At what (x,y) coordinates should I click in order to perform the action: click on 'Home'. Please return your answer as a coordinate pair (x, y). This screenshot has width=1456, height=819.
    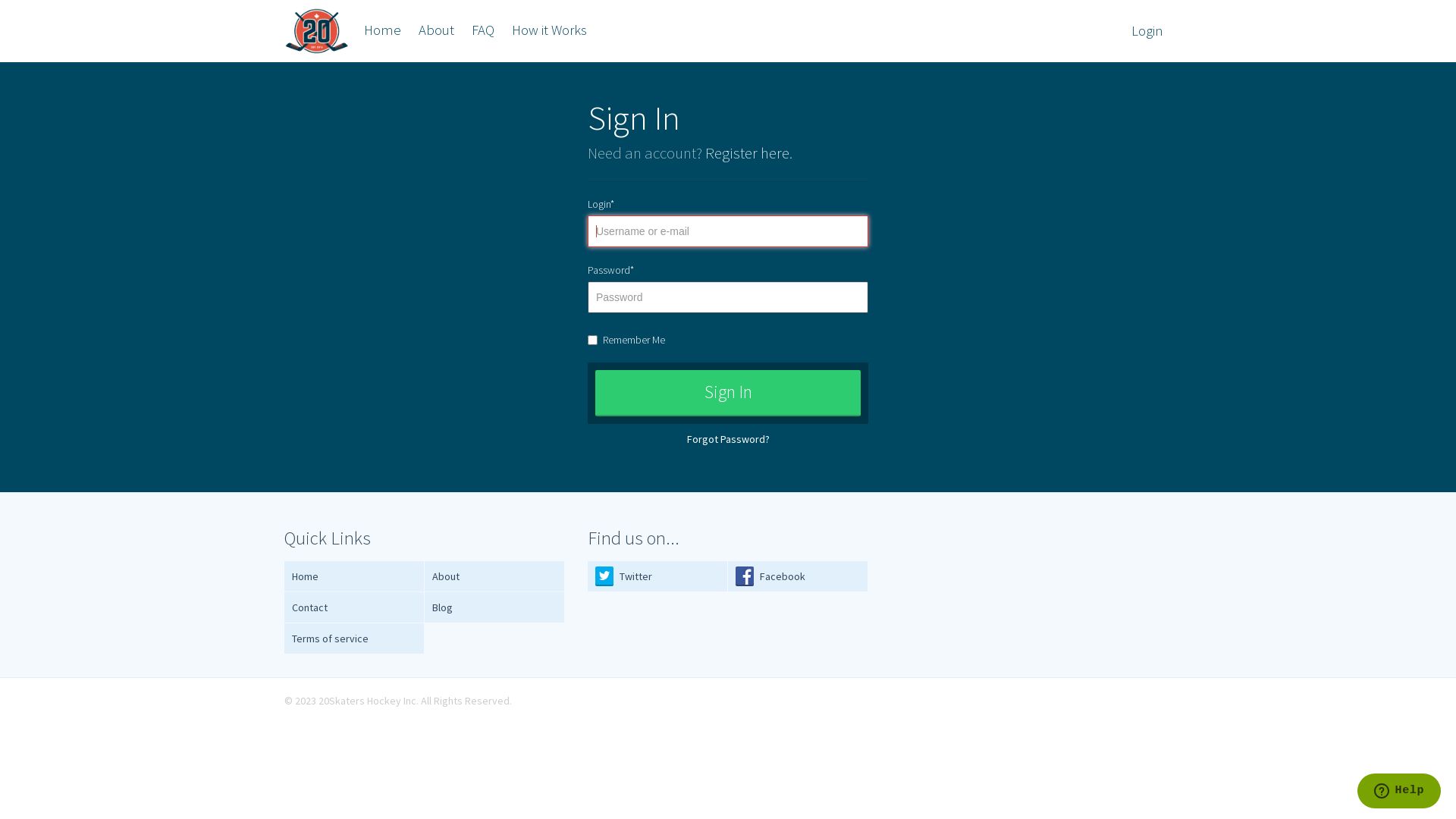
    Looking at the image, I should click on (353, 576).